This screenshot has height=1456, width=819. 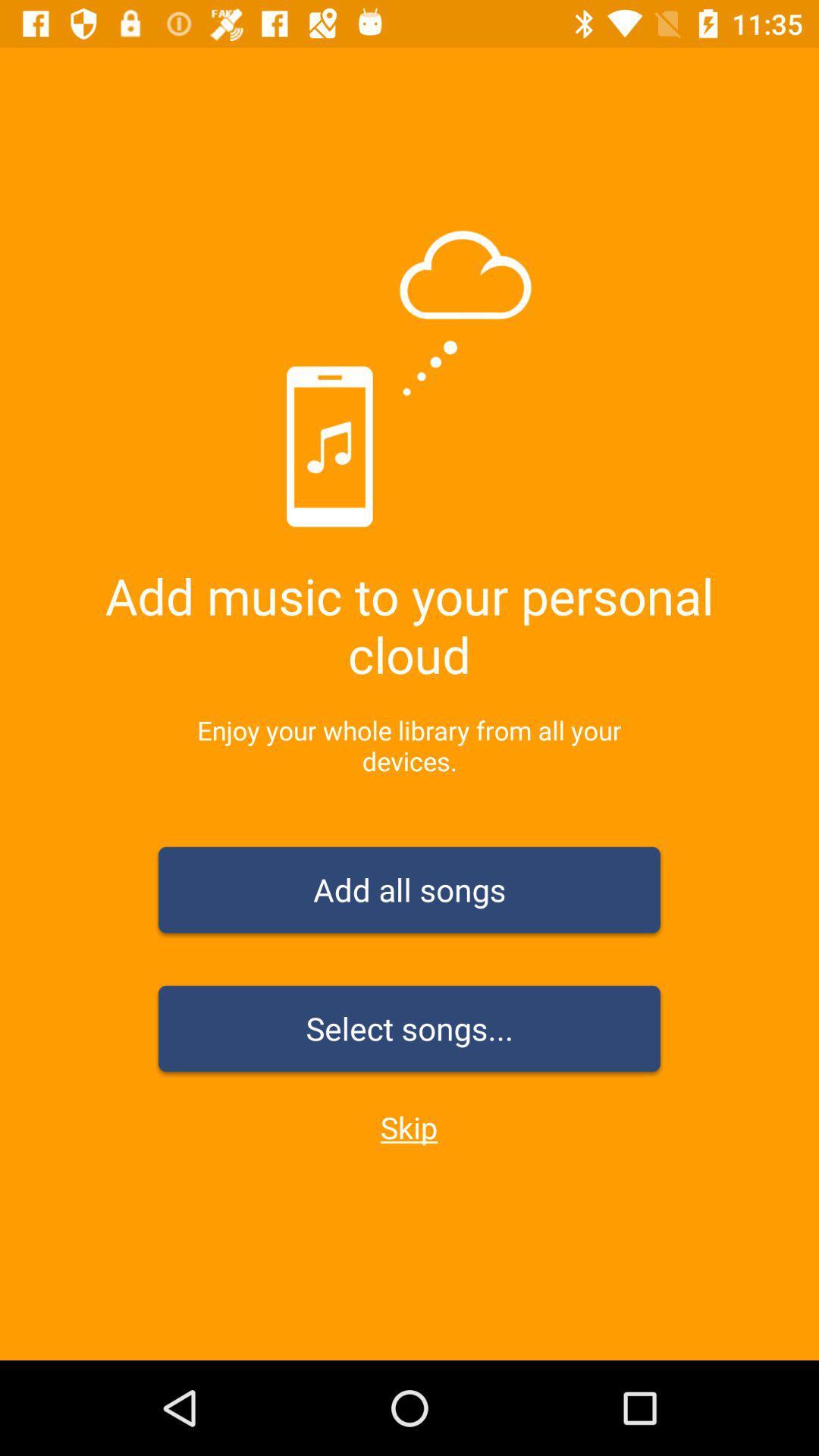 What do you see at coordinates (408, 1127) in the screenshot?
I see `the skip` at bounding box center [408, 1127].